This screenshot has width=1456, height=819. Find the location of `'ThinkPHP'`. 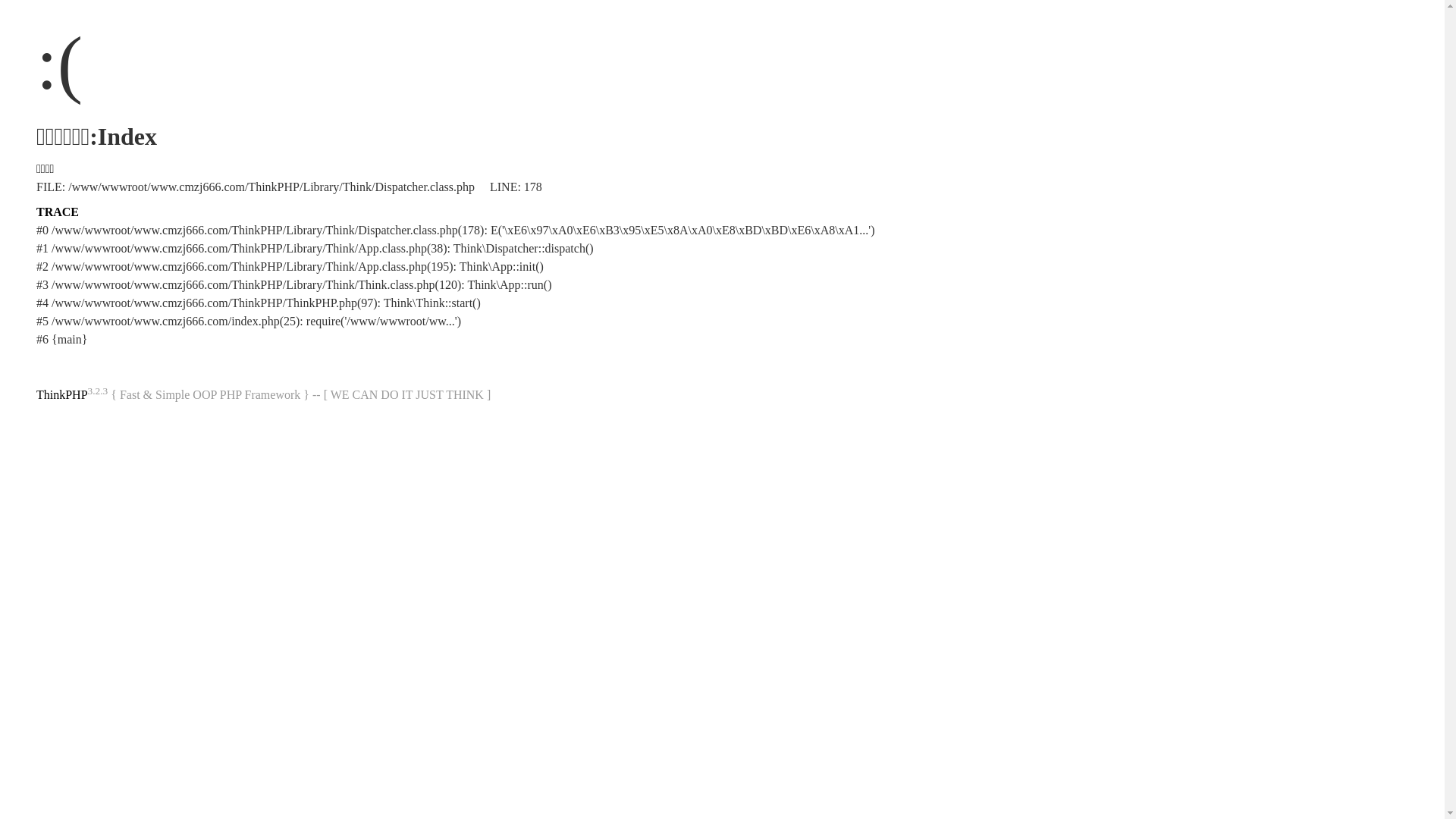

'ThinkPHP' is located at coordinates (61, 394).